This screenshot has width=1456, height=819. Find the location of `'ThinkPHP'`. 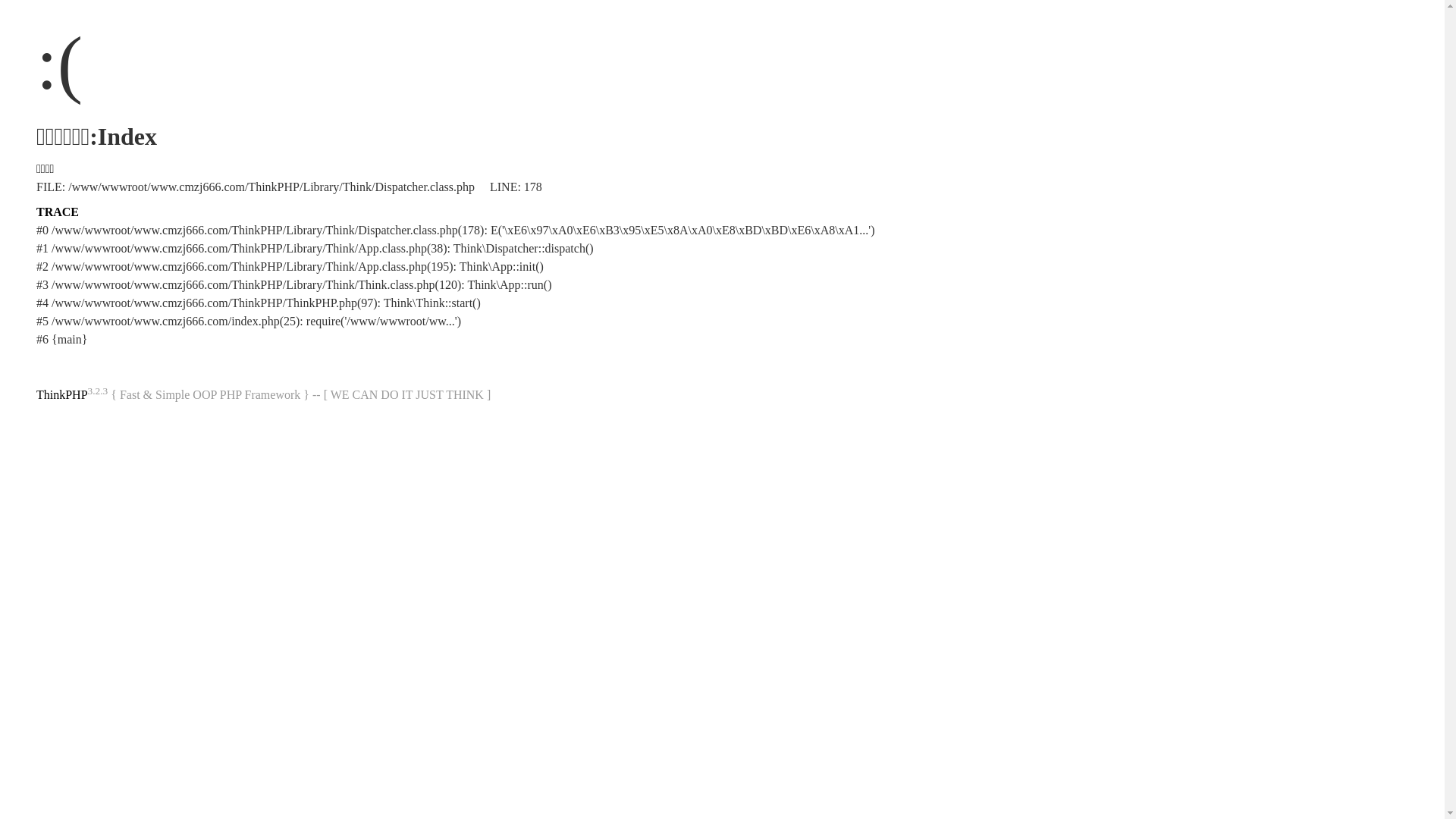

'ThinkPHP' is located at coordinates (61, 394).